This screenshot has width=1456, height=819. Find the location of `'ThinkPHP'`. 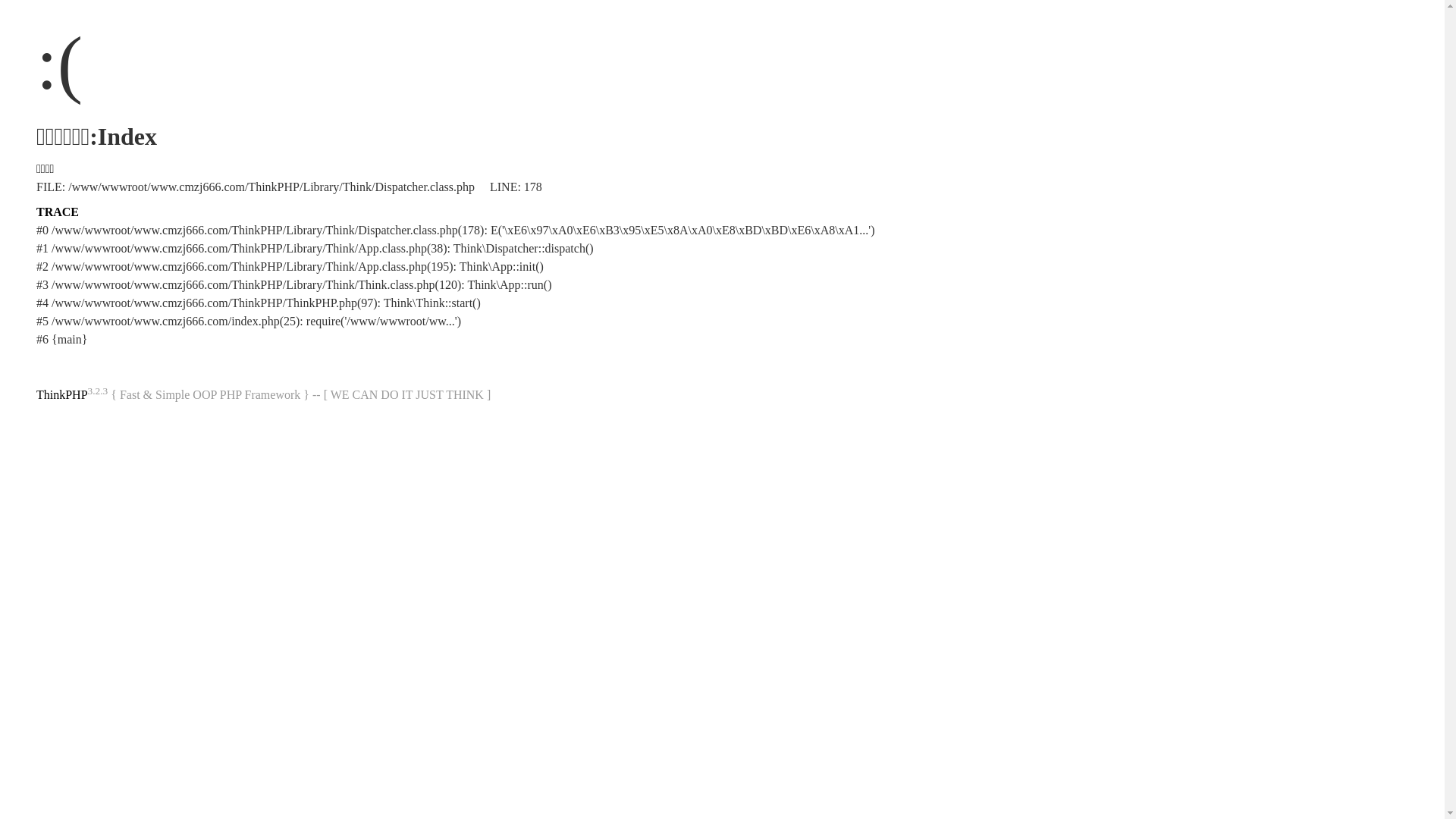

'ThinkPHP' is located at coordinates (61, 394).